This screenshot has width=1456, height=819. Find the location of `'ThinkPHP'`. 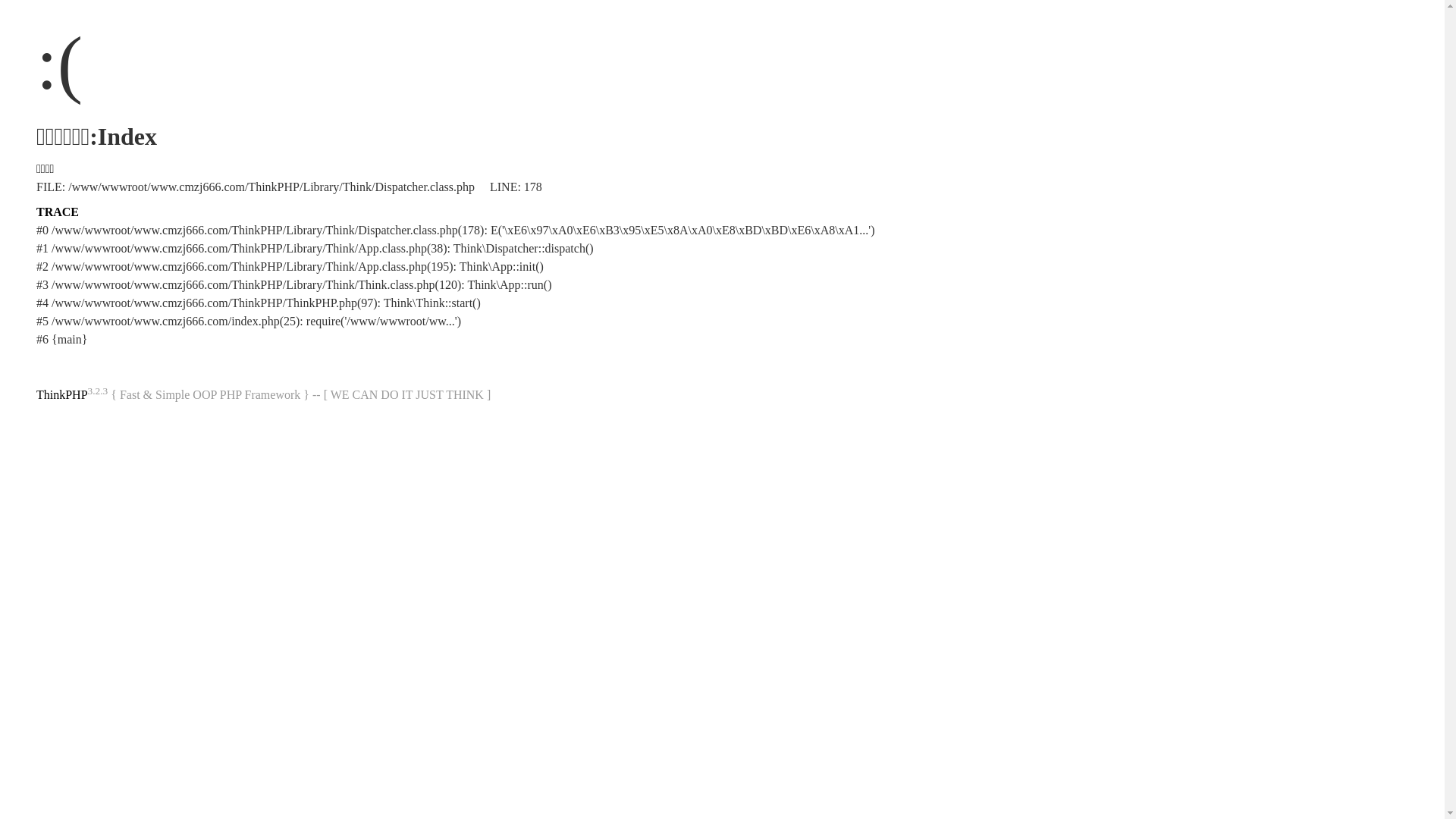

'ThinkPHP' is located at coordinates (61, 394).